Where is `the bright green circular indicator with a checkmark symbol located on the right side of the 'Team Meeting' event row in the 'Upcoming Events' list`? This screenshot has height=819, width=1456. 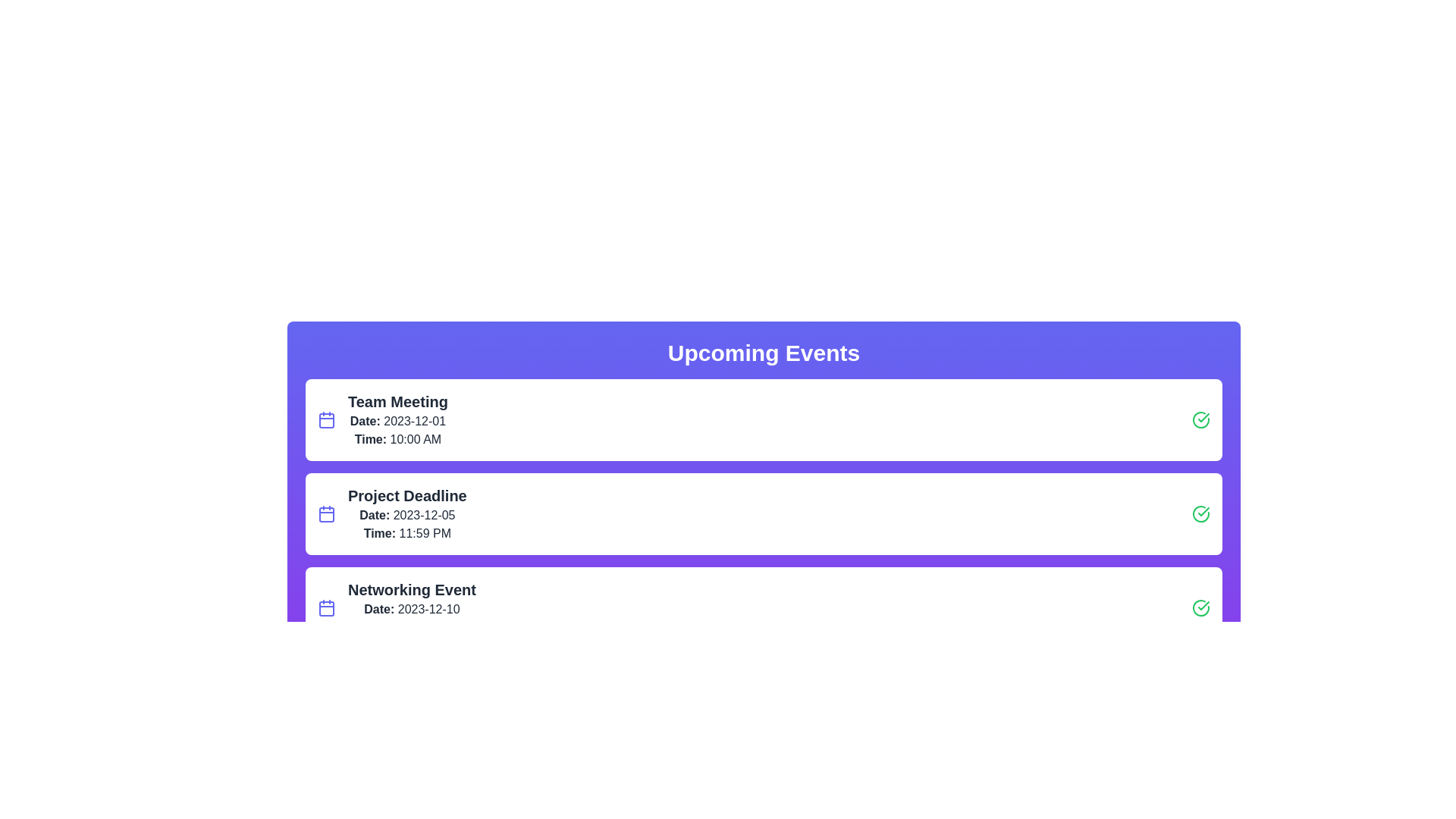
the bright green circular indicator with a checkmark symbol located on the right side of the 'Team Meeting' event row in the 'Upcoming Events' list is located at coordinates (1200, 513).